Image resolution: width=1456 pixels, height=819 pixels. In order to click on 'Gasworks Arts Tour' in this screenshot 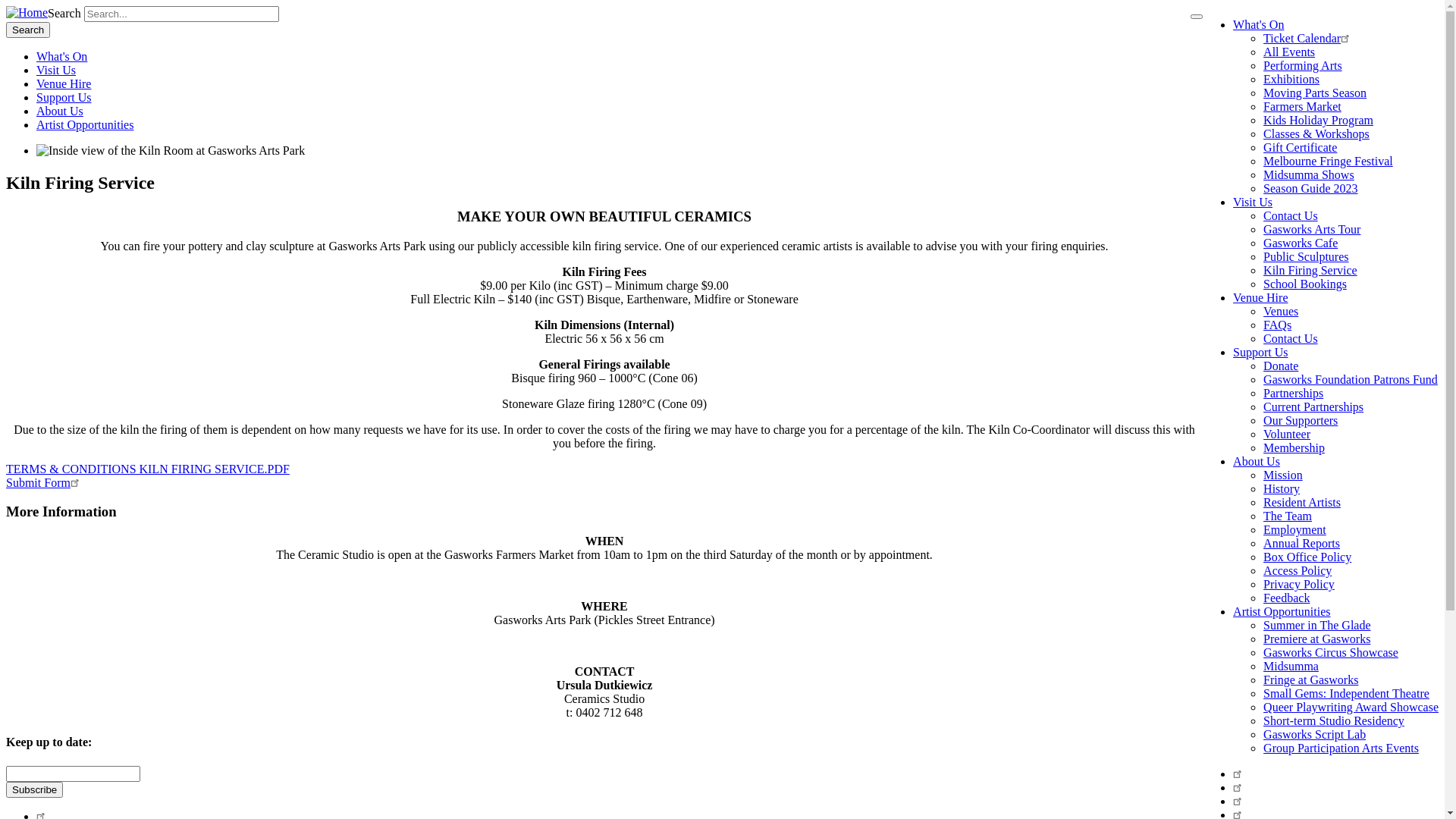, I will do `click(1310, 229)`.